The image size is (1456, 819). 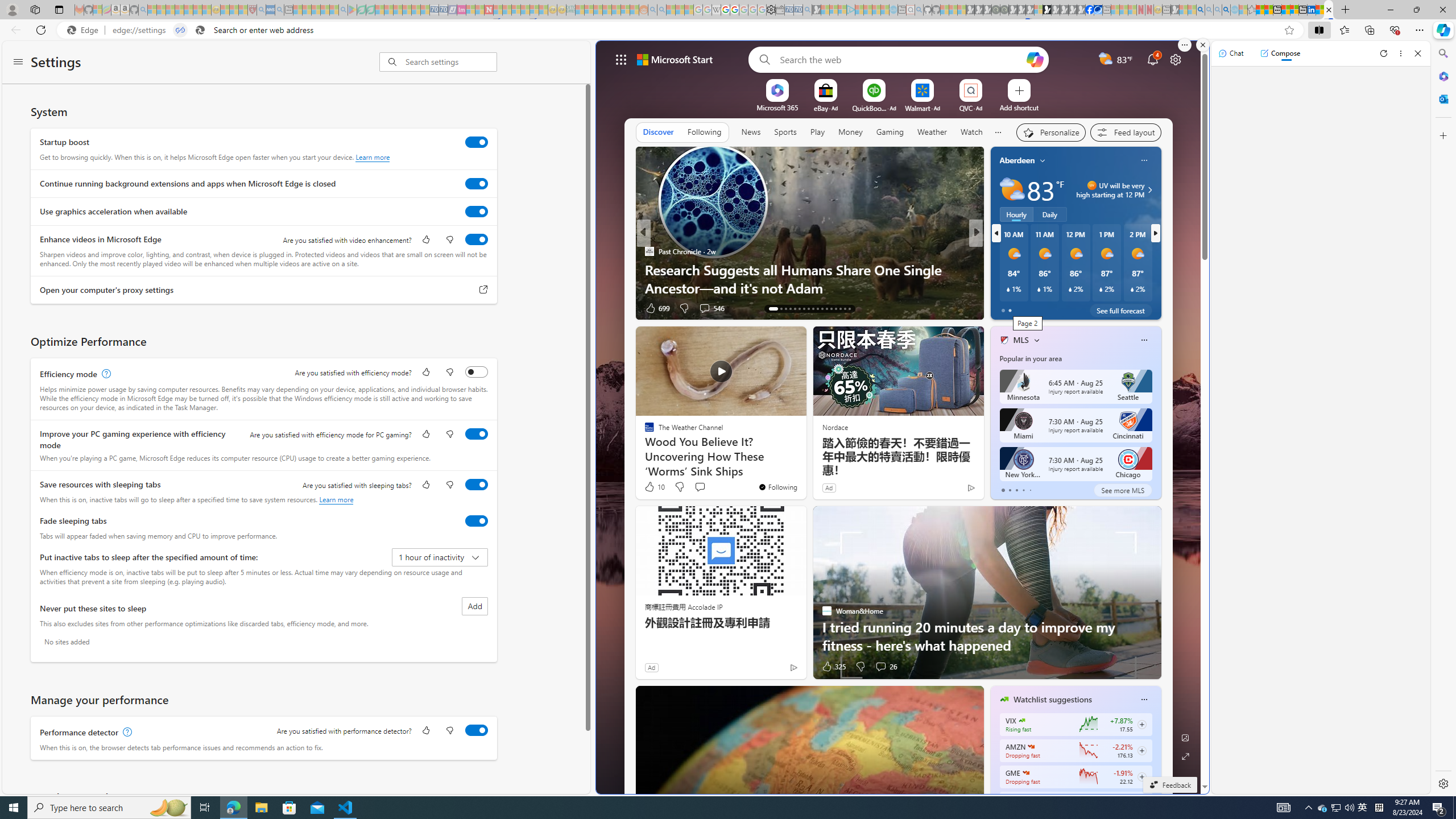 What do you see at coordinates (1052, 699) in the screenshot?
I see `'Watchlist suggestions'` at bounding box center [1052, 699].